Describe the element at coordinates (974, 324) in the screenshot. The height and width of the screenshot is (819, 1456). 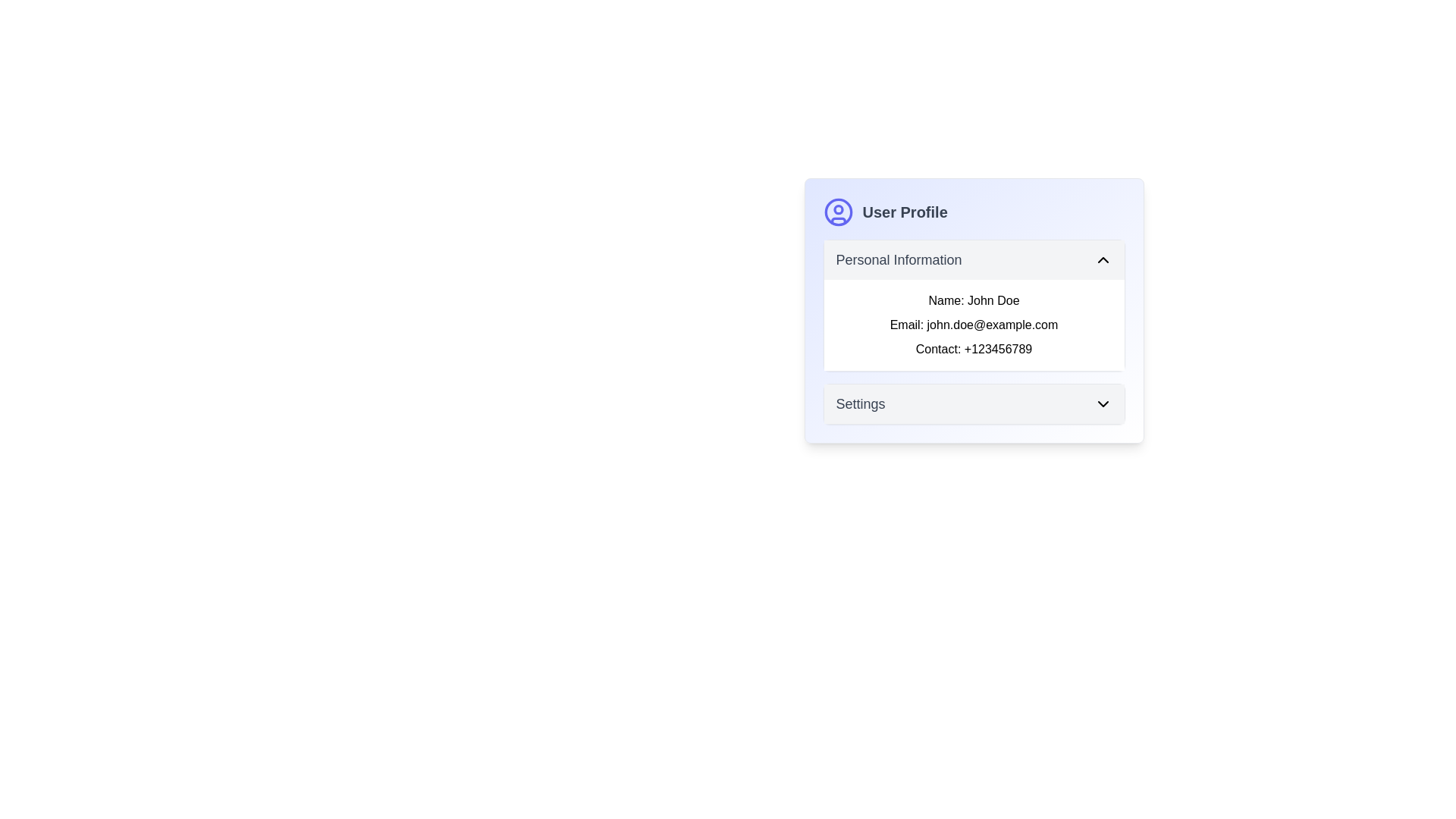
I see `the email address text label in the 'Personal Information' section, which is positioned below 'Name: John Doe' and above 'Contact: +123456789'` at that location.